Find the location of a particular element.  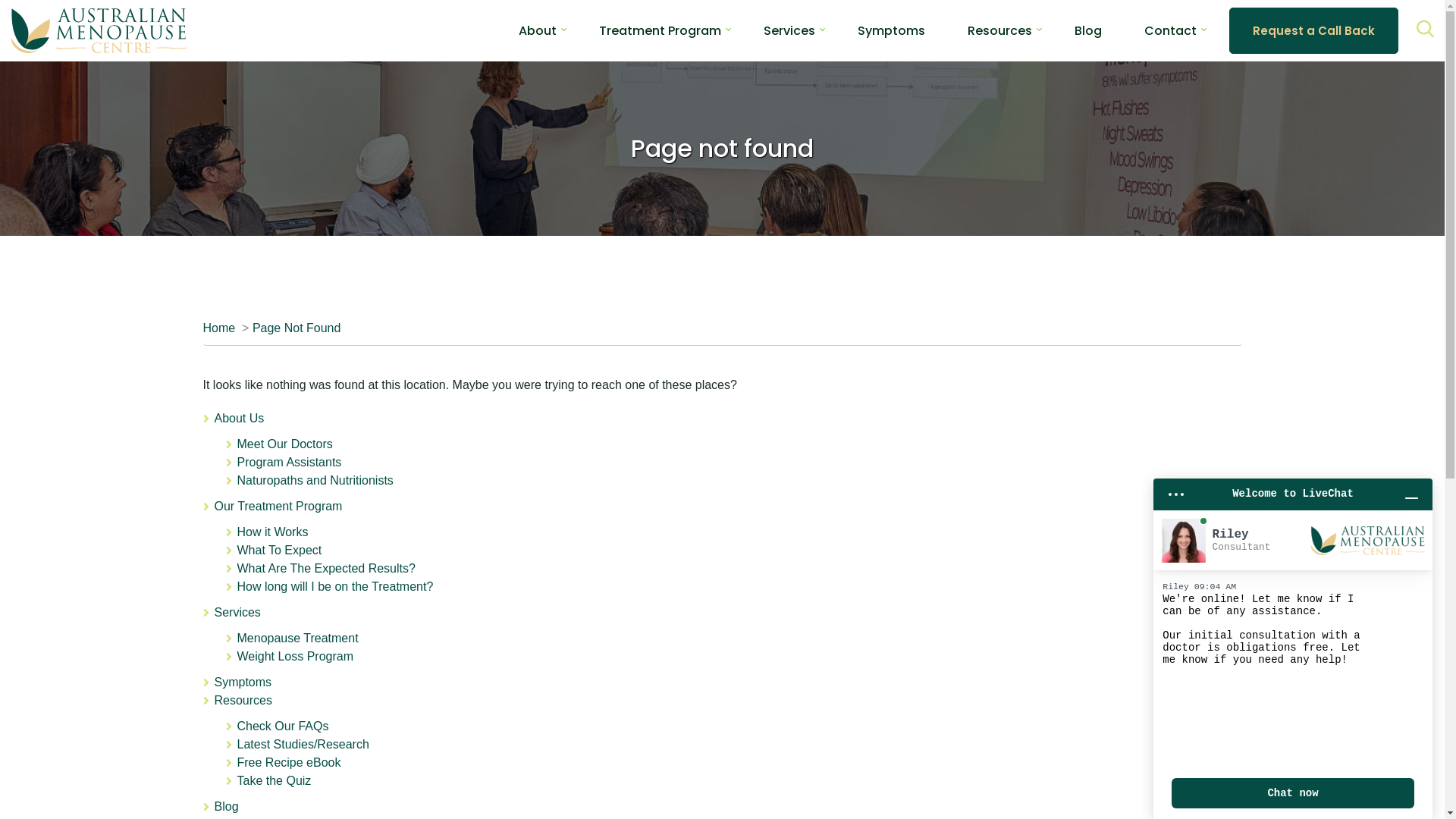

'Our Treatment Program' is located at coordinates (213, 506).